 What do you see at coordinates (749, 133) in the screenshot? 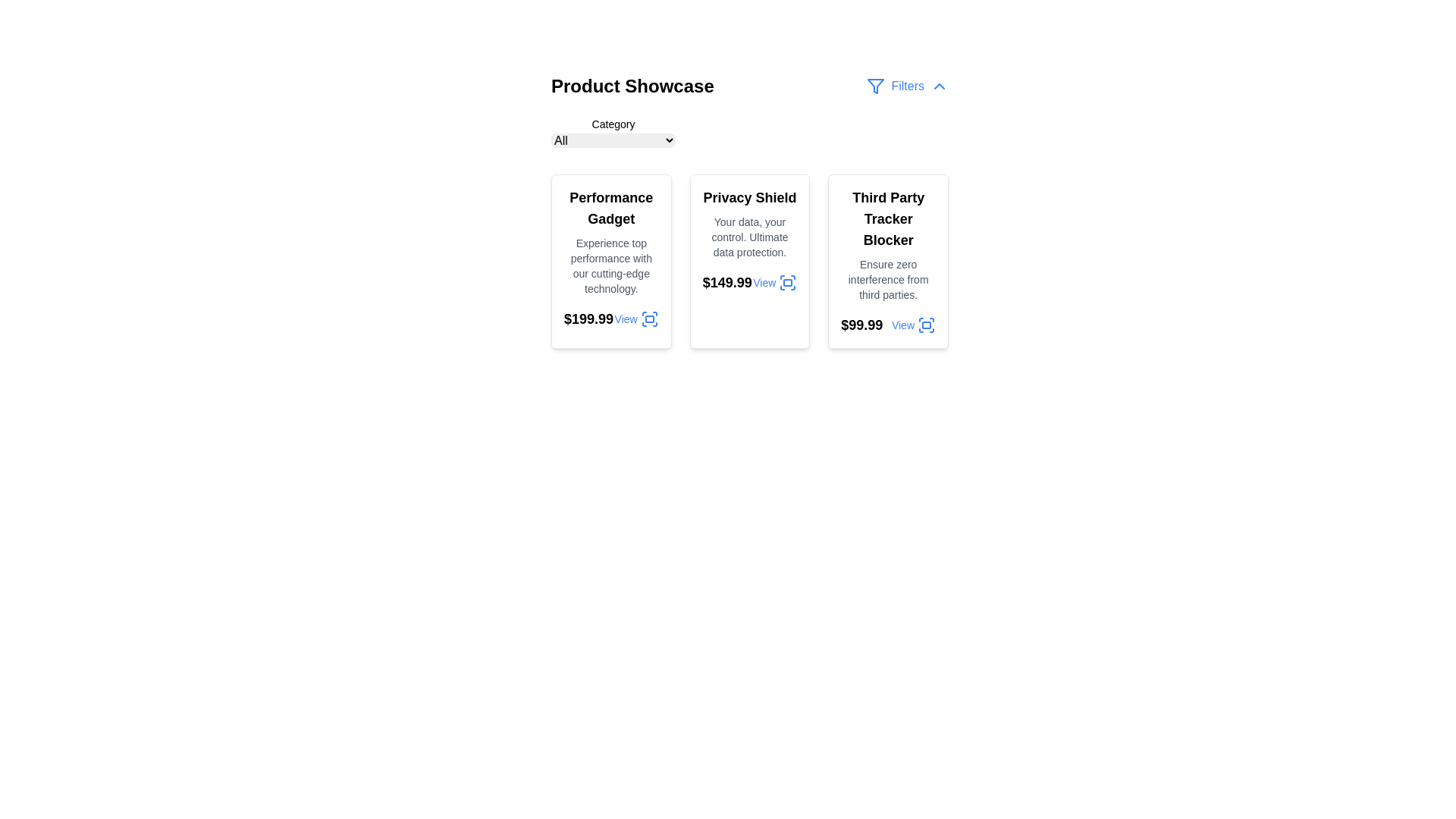
I see `an option from the dropdown menu labeled 'Category', which is located below the 'Product Showcase' header and next to the 'Filters' button` at bounding box center [749, 133].